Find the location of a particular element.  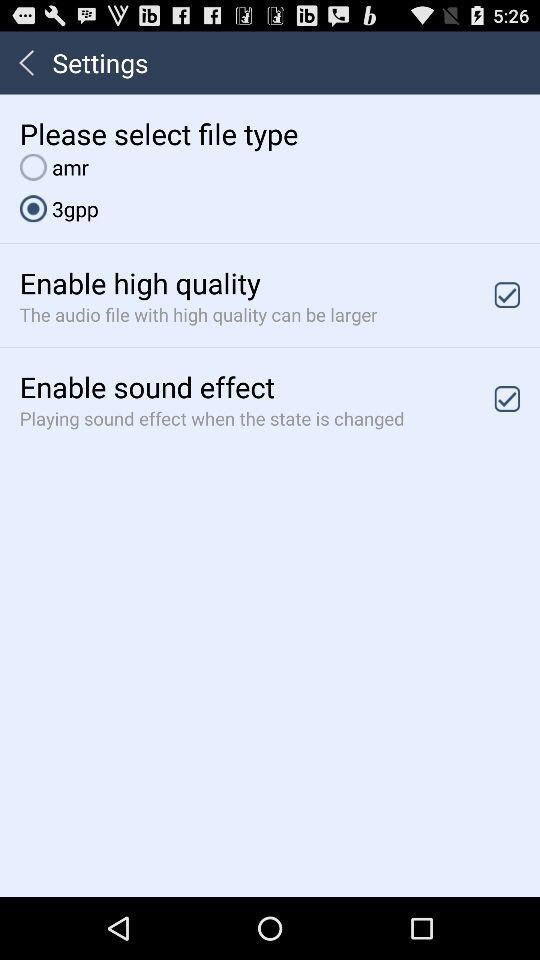

go back is located at coordinates (25, 62).